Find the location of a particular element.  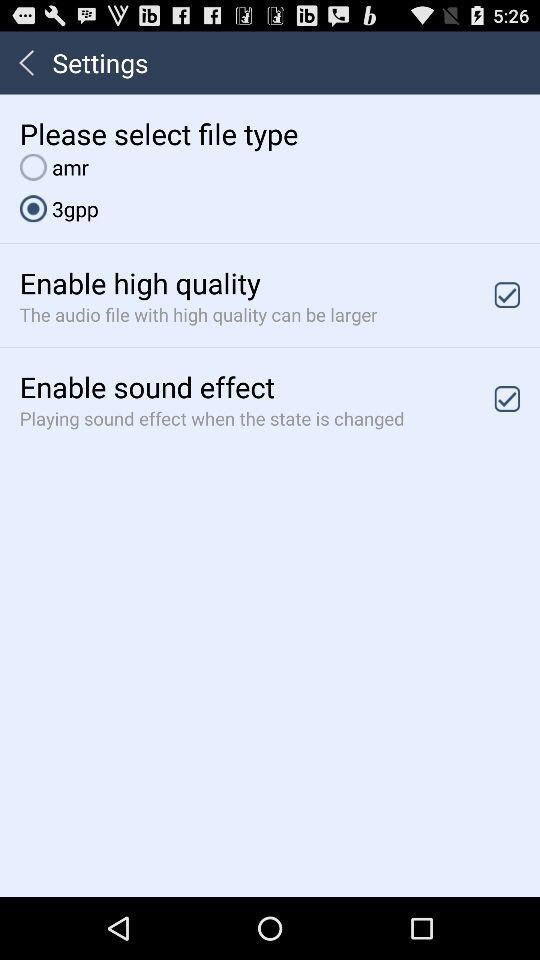

go back is located at coordinates (25, 62).